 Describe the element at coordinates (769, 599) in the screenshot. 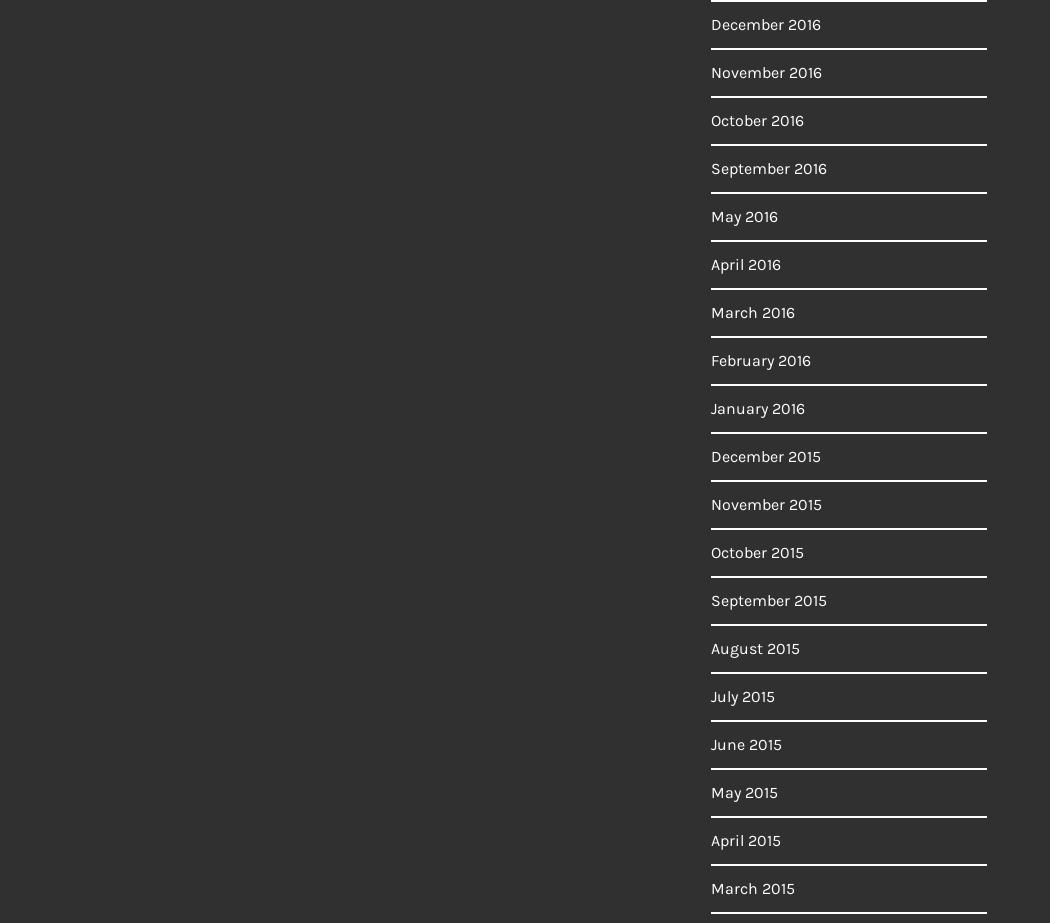

I see `'September 2015'` at that location.